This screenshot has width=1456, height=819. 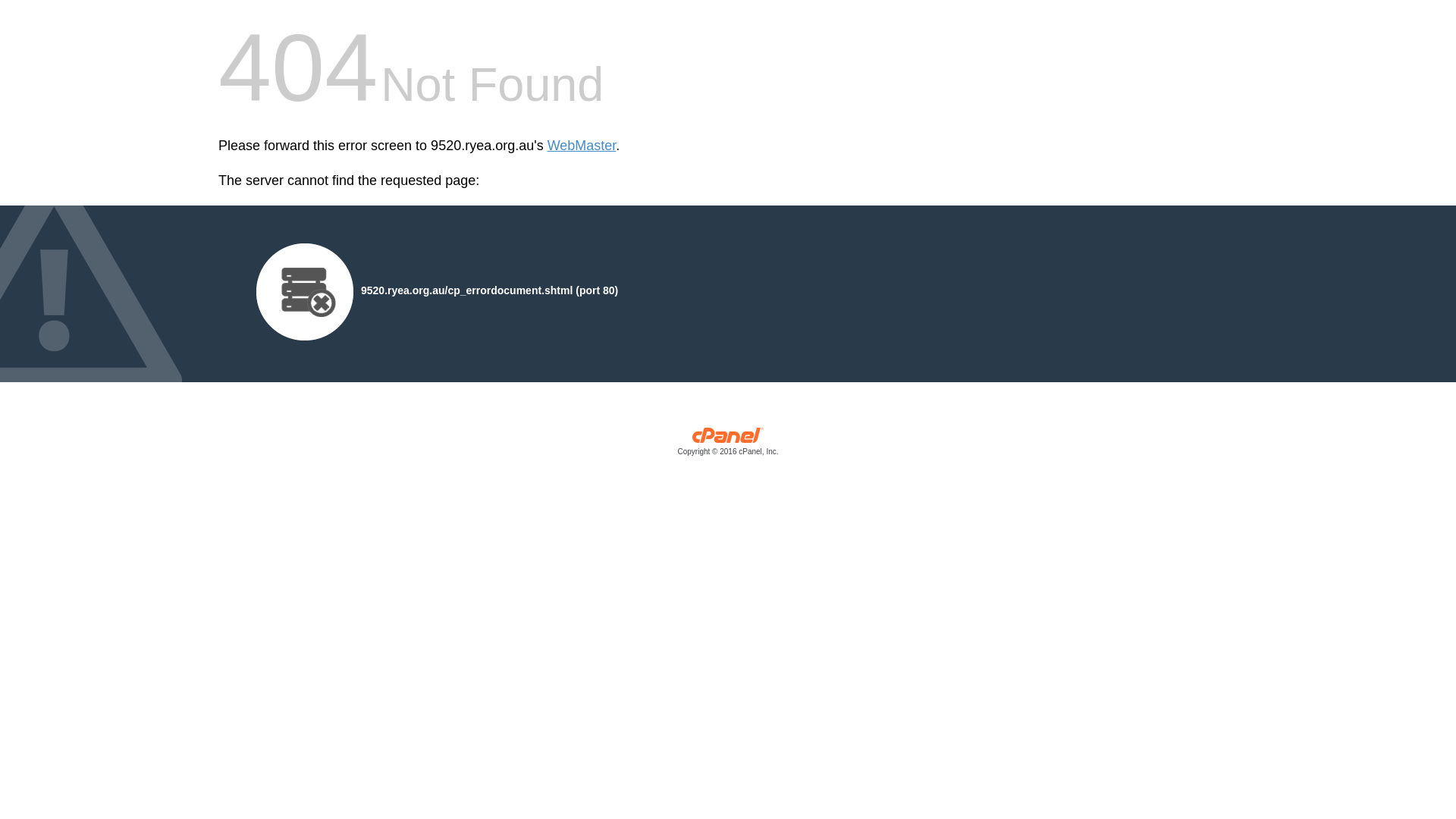 What do you see at coordinates (581, 146) in the screenshot?
I see `'WebMaster'` at bounding box center [581, 146].